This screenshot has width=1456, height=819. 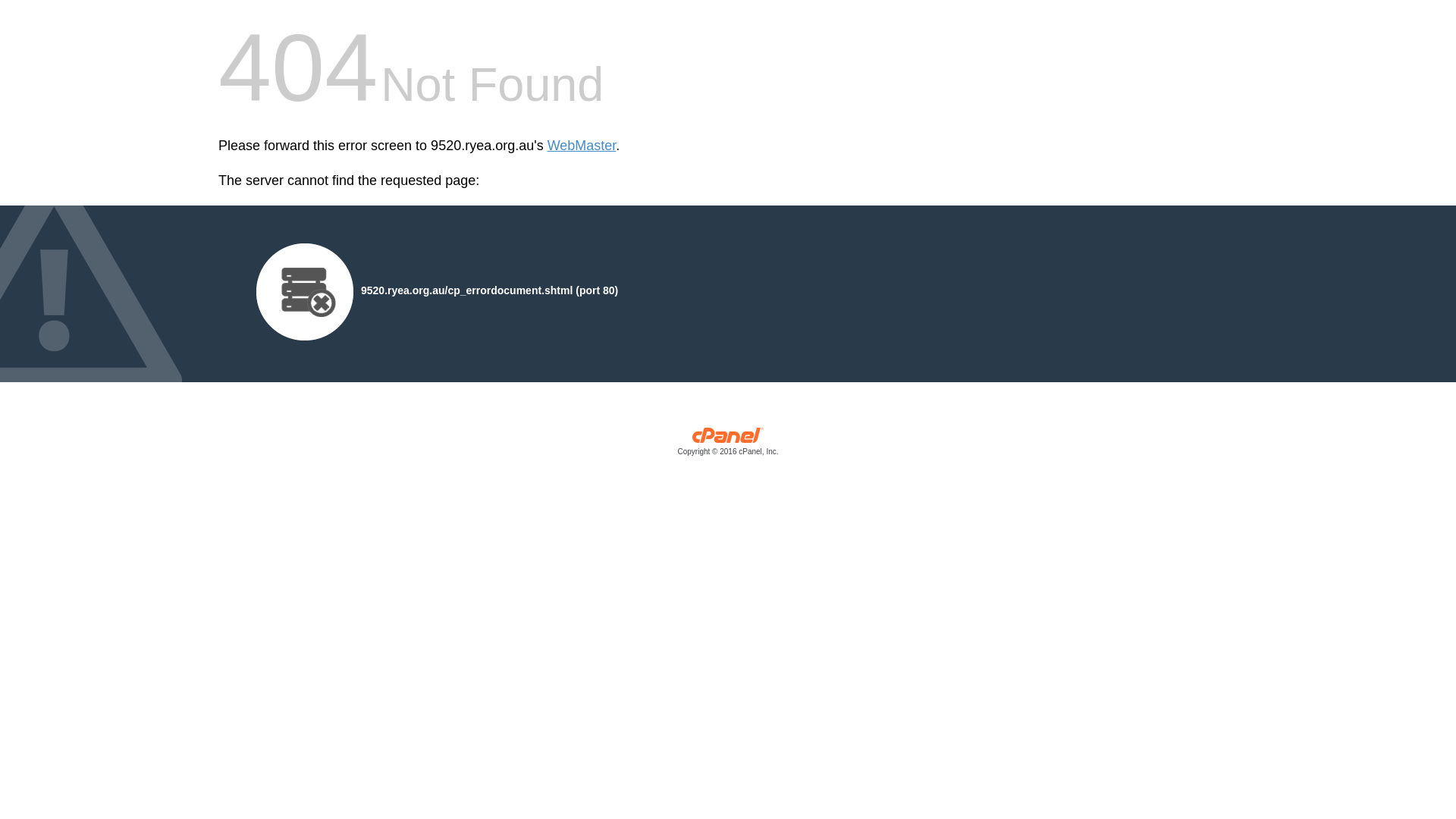 What do you see at coordinates (581, 146) in the screenshot?
I see `'WebMaster'` at bounding box center [581, 146].